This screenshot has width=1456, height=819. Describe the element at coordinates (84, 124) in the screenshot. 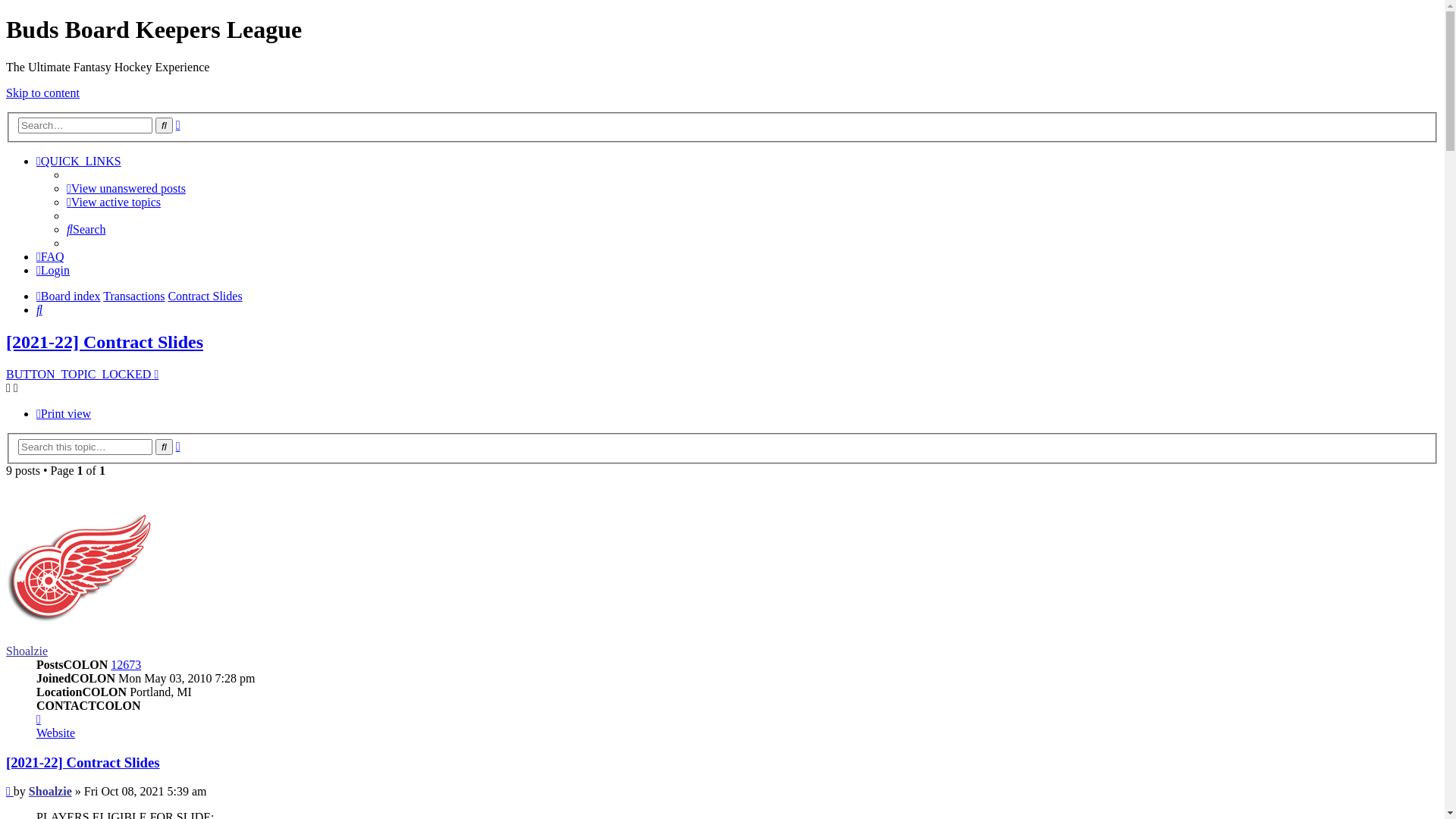

I see `'Search for keywords'` at that location.